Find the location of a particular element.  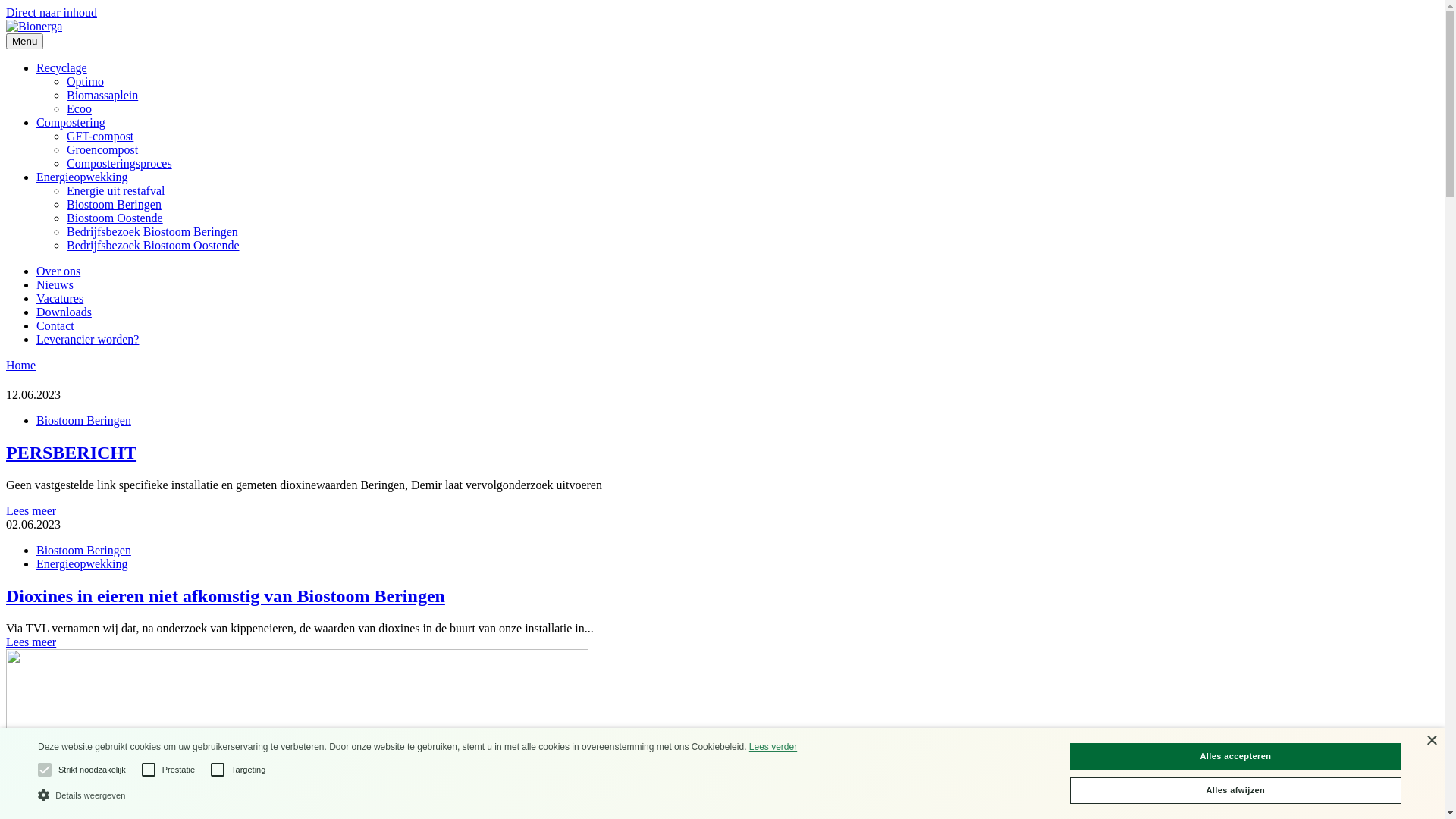

'Lees meer' is located at coordinates (31, 642).